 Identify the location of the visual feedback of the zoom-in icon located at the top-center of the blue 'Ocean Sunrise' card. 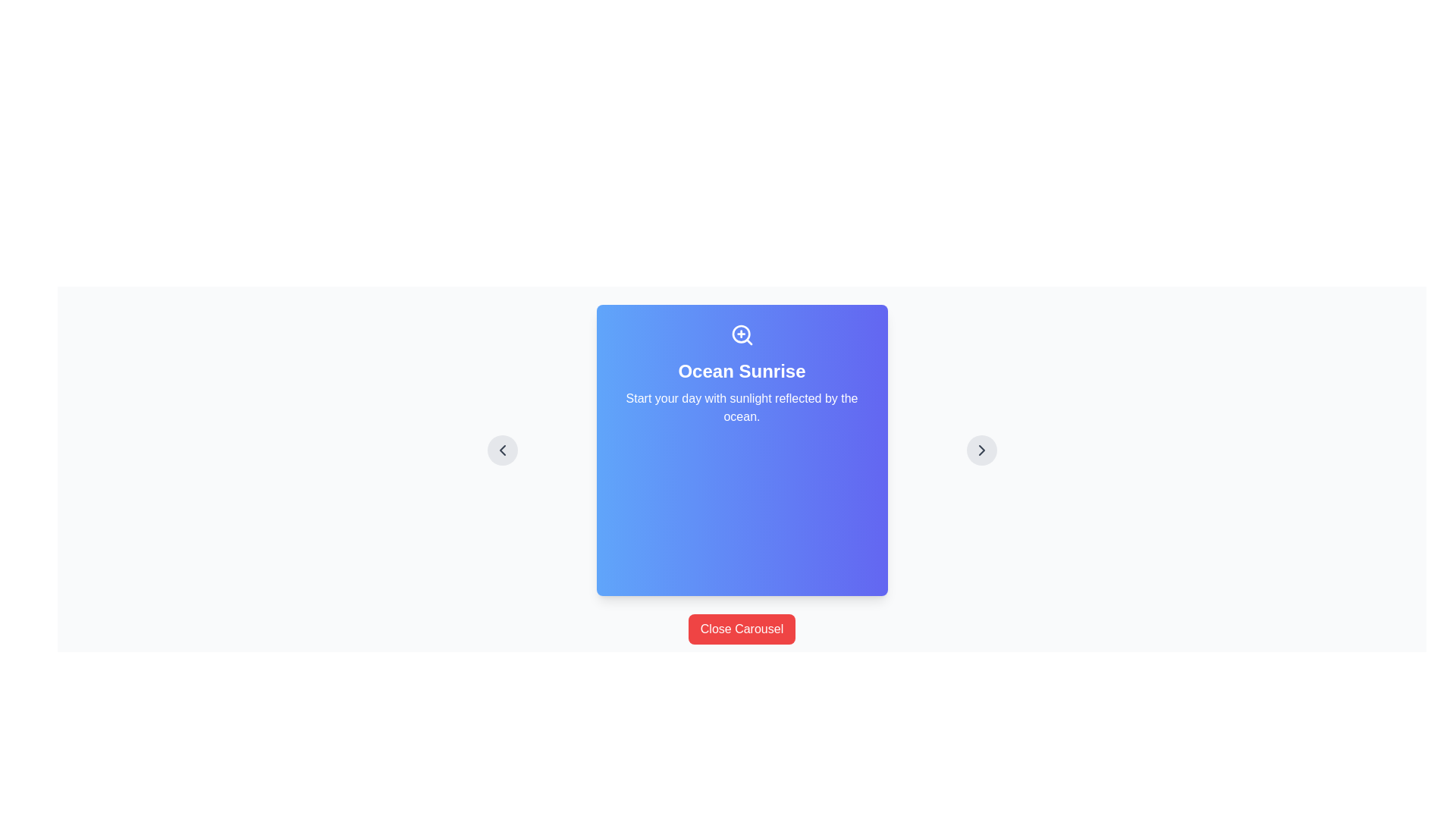
(742, 334).